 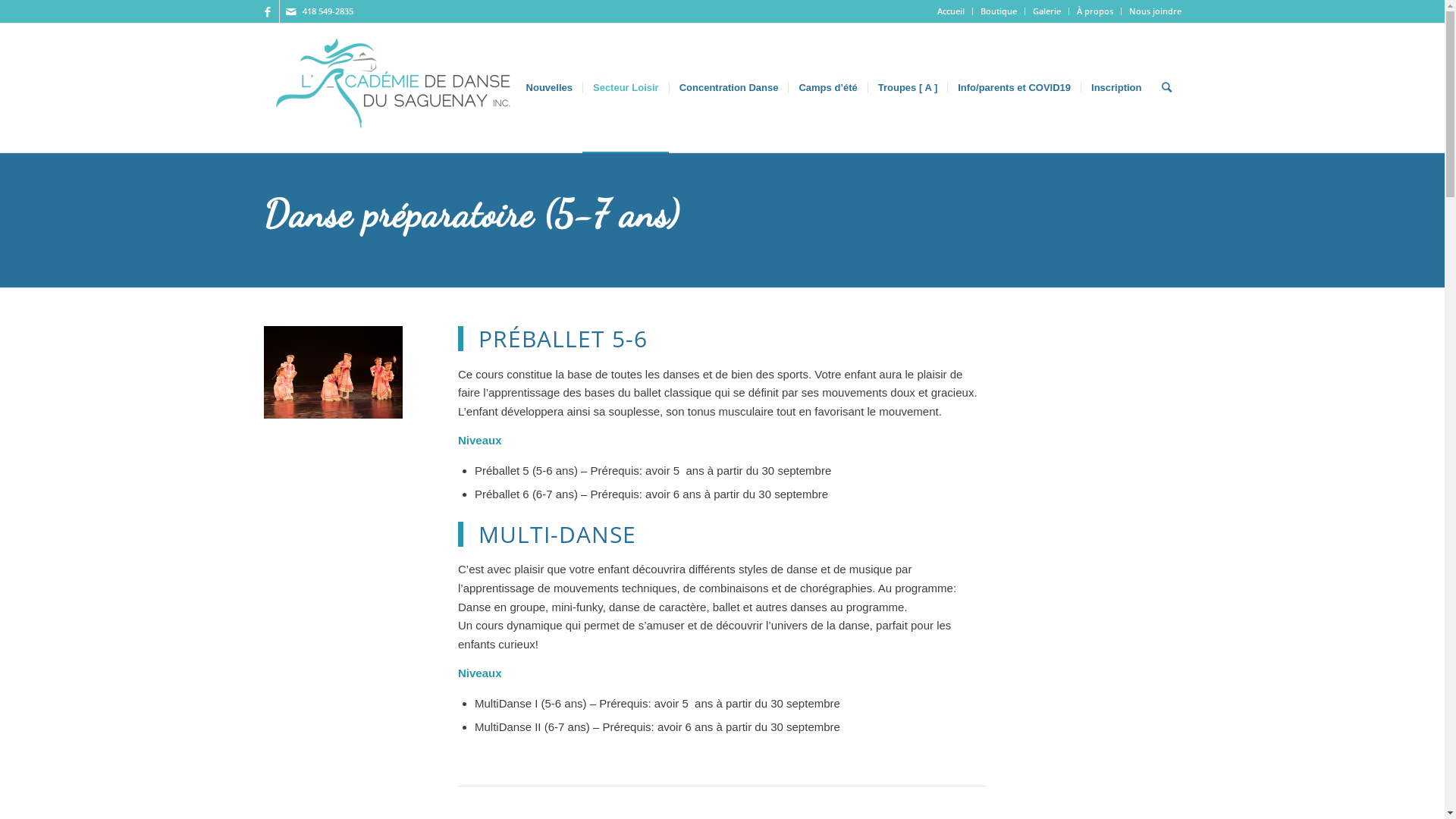 I want to click on 'Mail', so click(x=290, y=11).